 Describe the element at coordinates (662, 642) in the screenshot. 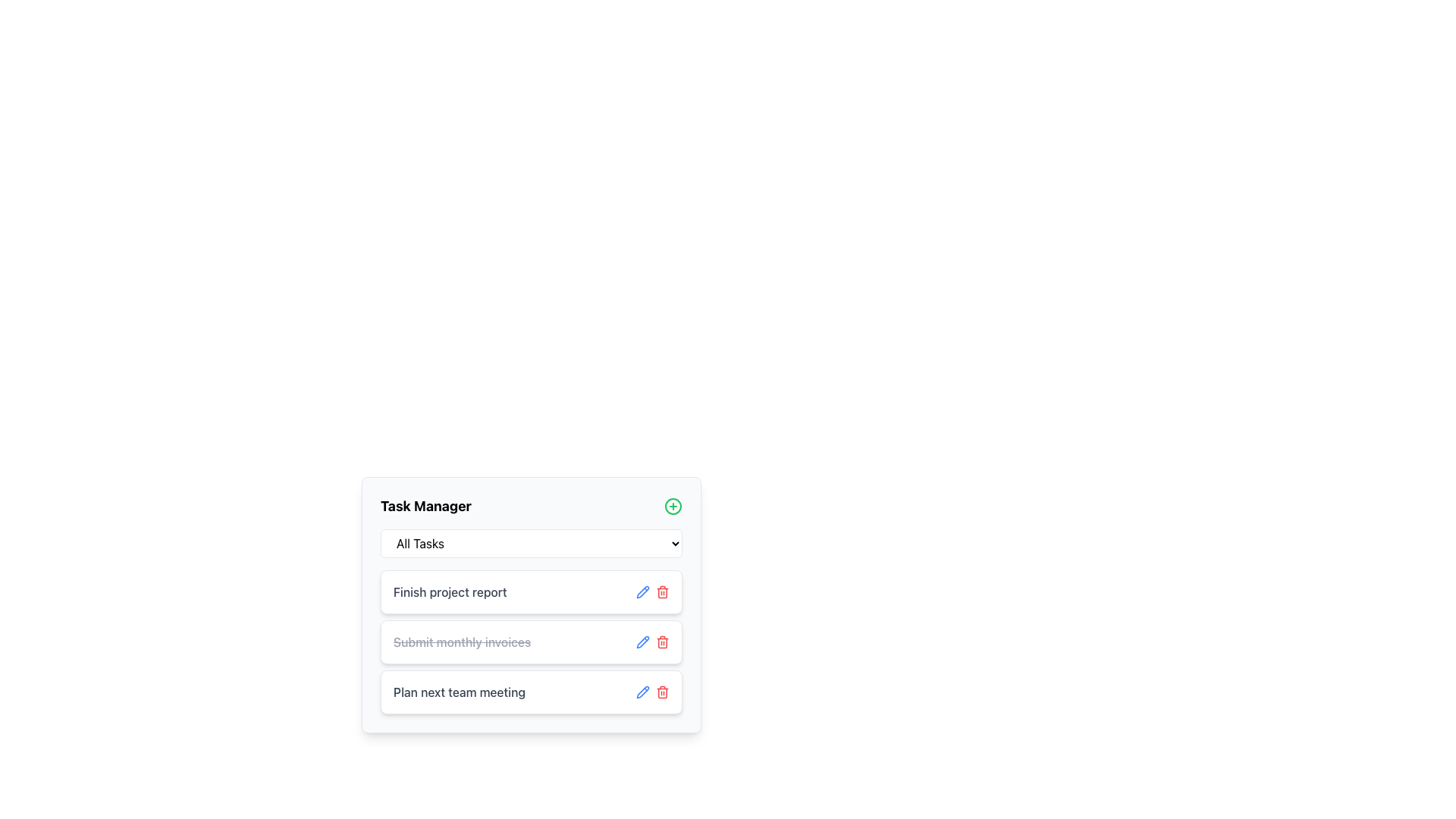

I see `the delete button styled as a link with an icon located at the bottom-right of the third task item` at that location.